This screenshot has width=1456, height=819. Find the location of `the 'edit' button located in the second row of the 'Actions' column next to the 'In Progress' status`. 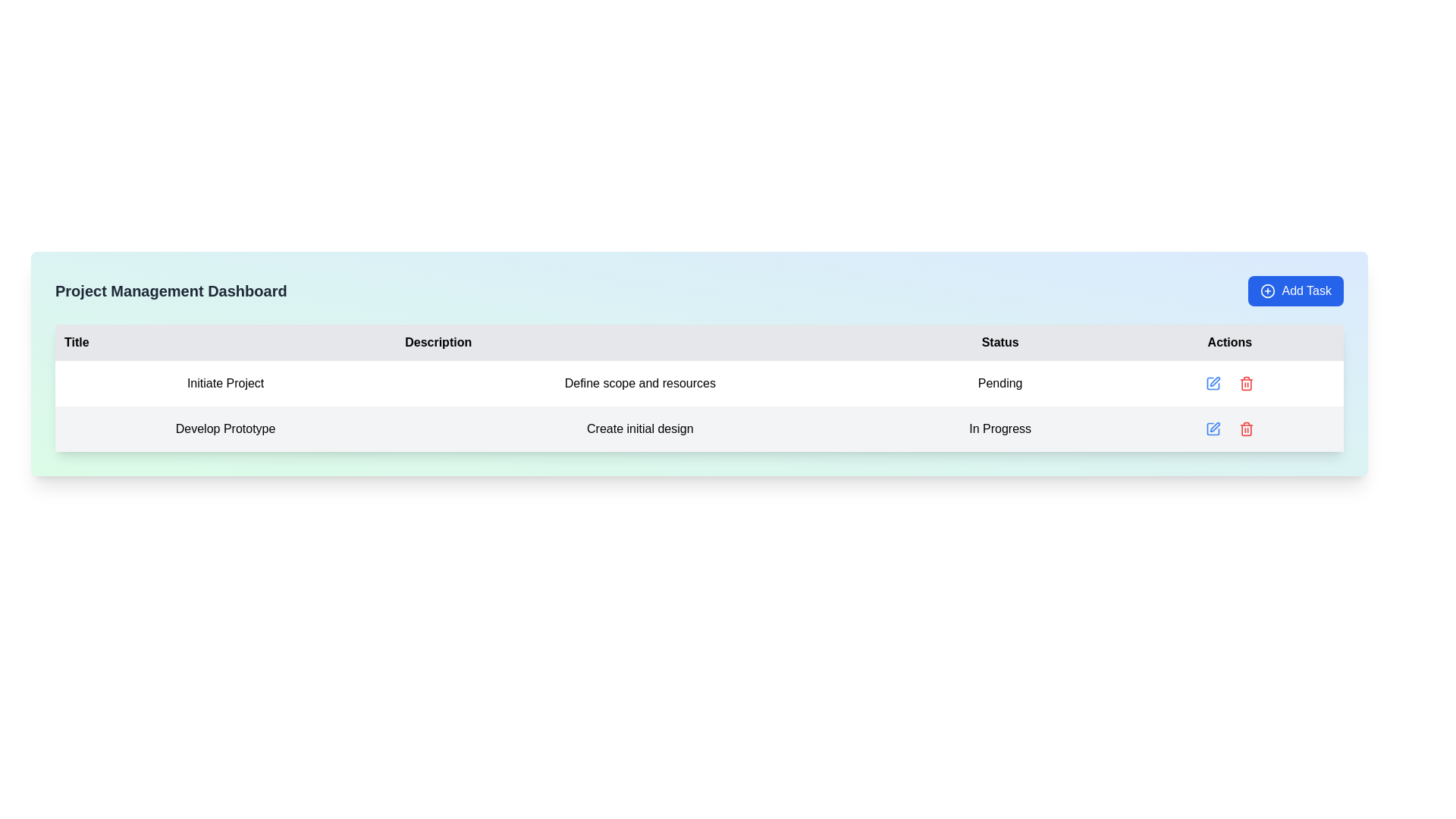

the 'edit' button located in the second row of the 'Actions' column next to the 'In Progress' status is located at coordinates (1212, 429).